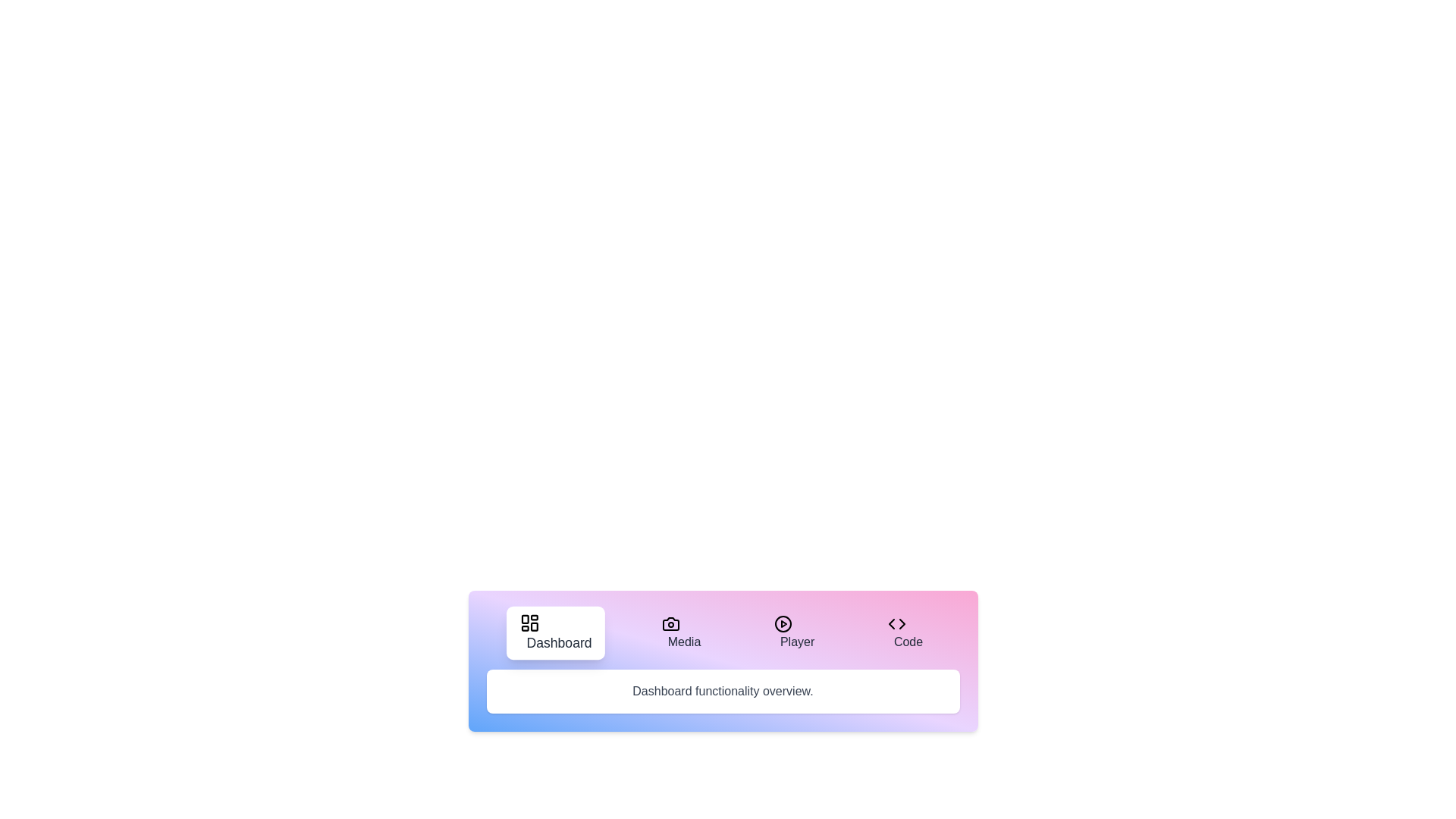 The height and width of the screenshot is (819, 1456). What do you see at coordinates (554, 632) in the screenshot?
I see `the tab labeled Dashboard` at bounding box center [554, 632].